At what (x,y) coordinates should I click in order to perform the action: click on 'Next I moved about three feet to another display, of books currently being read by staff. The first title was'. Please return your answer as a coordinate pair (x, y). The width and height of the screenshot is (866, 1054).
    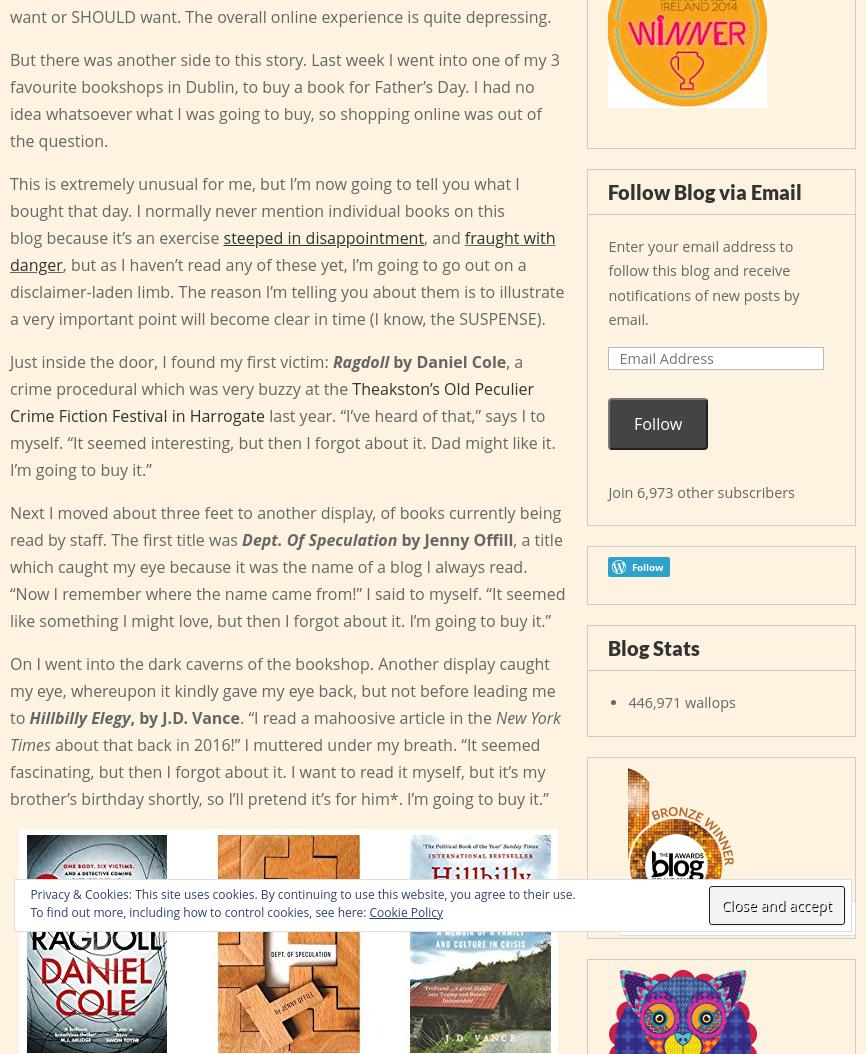
    Looking at the image, I should click on (284, 524).